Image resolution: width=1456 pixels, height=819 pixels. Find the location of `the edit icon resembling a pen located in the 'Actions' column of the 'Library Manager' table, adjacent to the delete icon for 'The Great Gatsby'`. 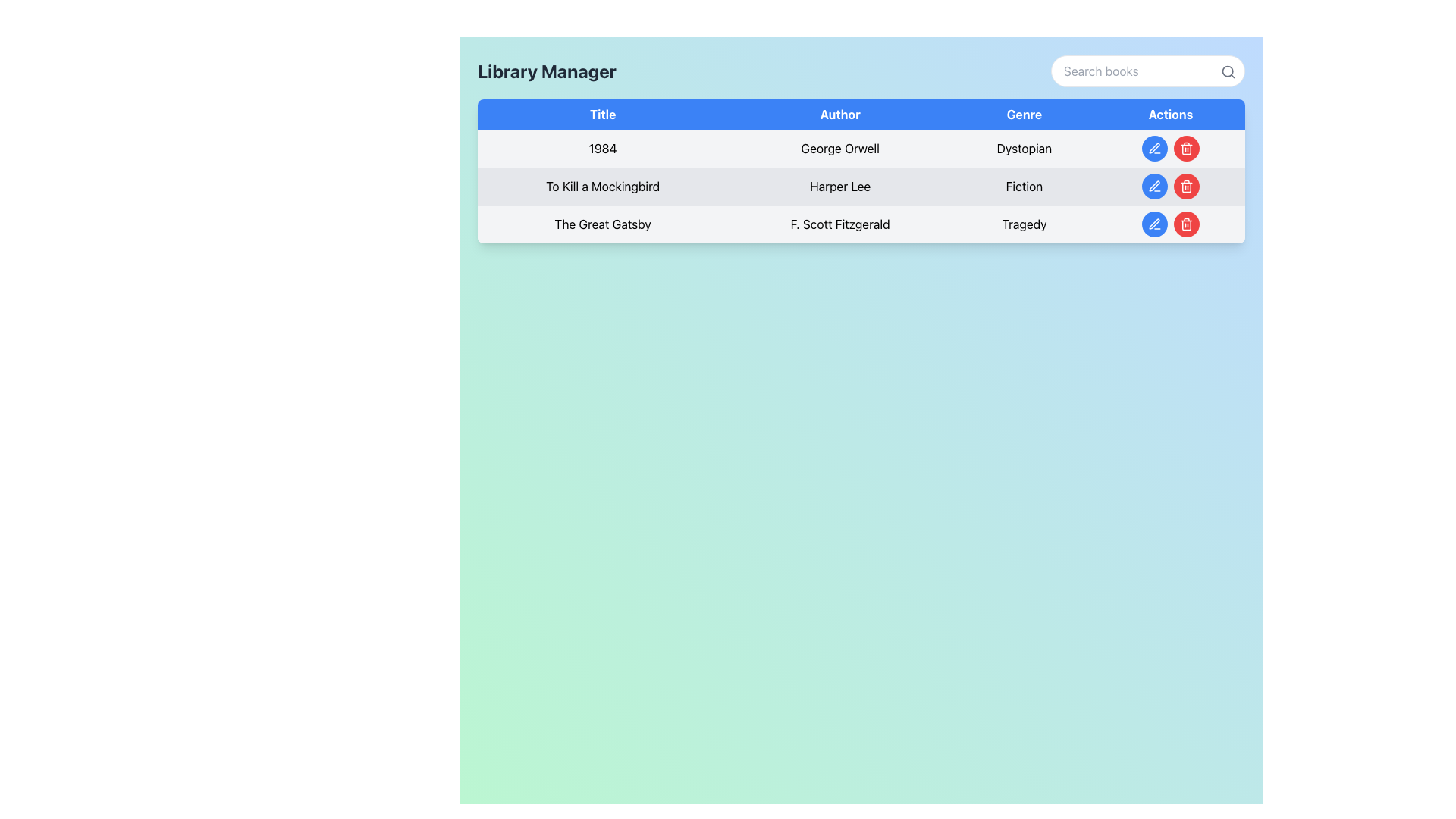

the edit icon resembling a pen located in the 'Actions' column of the 'Library Manager' table, adjacent to the delete icon for 'The Great Gatsby' is located at coordinates (1153, 224).